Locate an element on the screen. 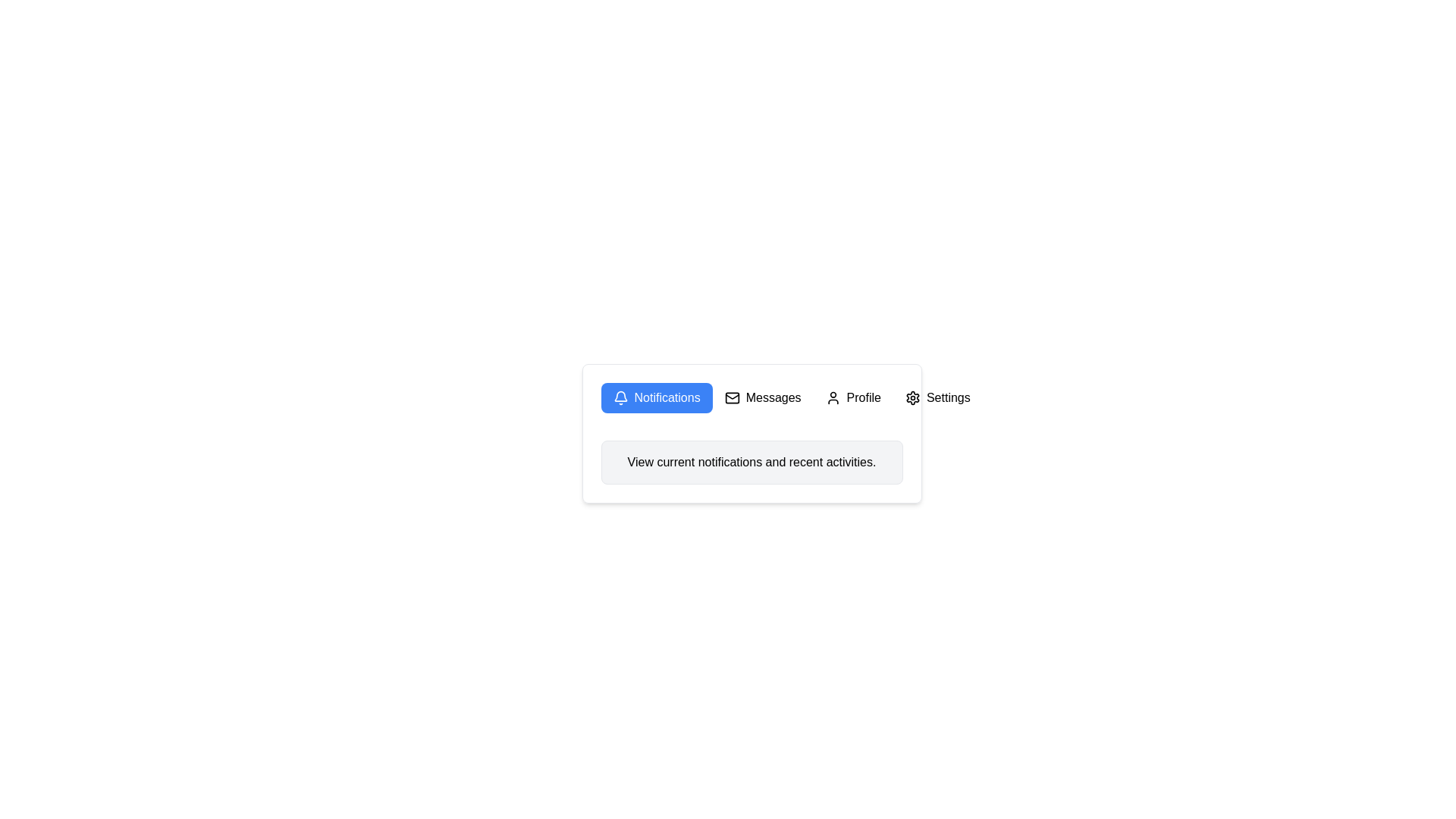 The width and height of the screenshot is (1456, 819). the gear-shaped icon is located at coordinates (912, 397).